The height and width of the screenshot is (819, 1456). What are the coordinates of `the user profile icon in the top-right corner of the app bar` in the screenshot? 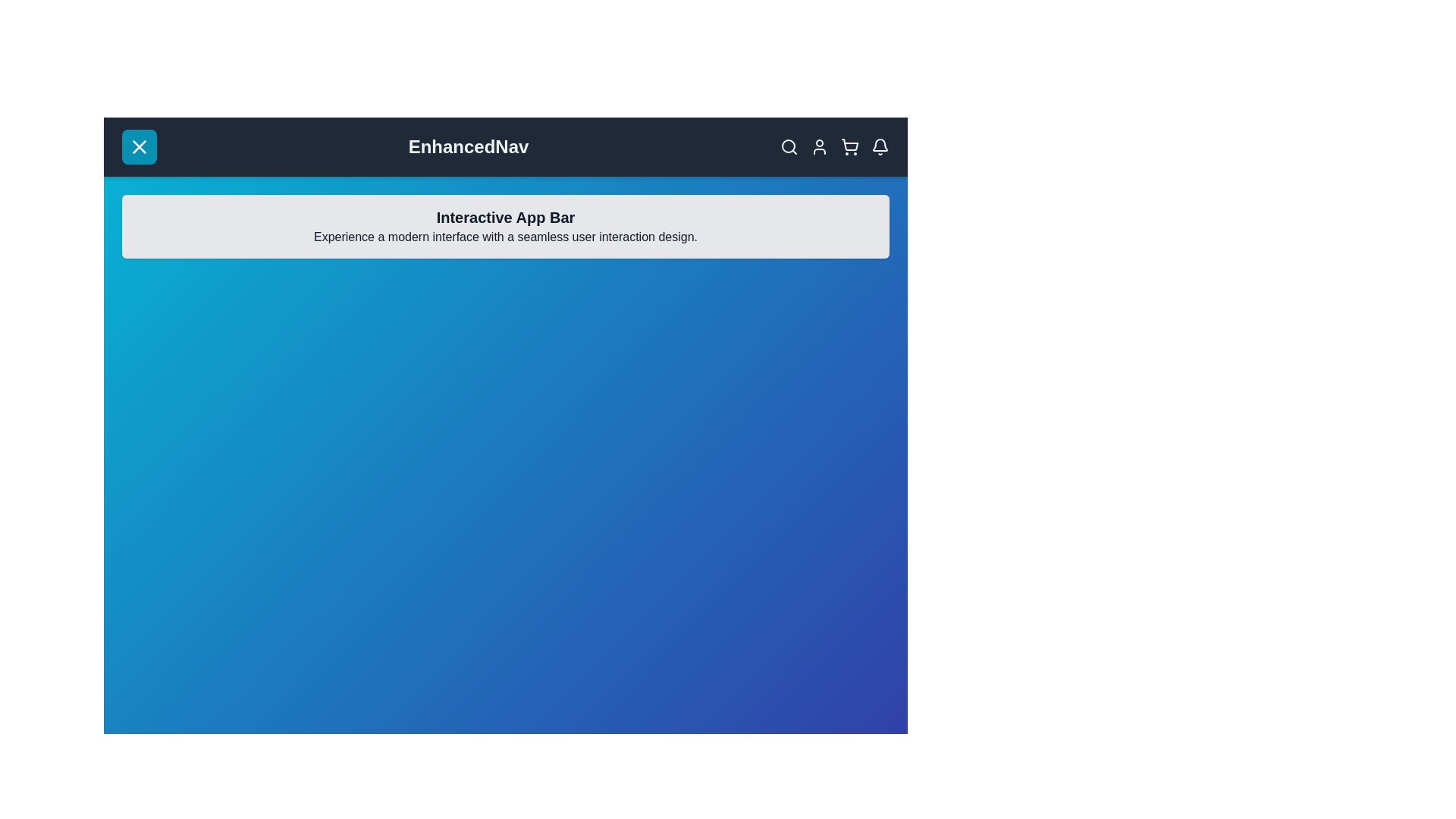 It's located at (818, 146).